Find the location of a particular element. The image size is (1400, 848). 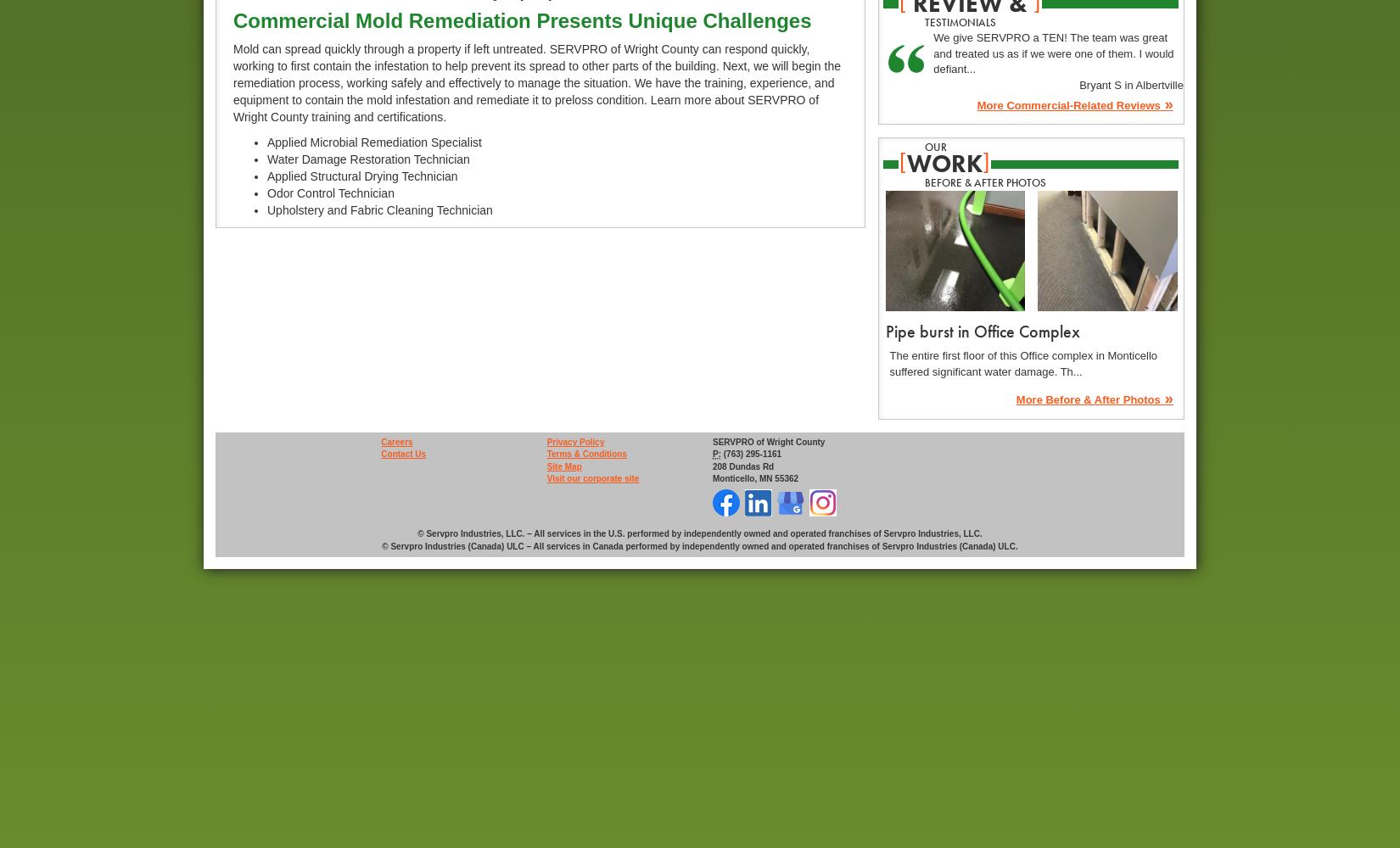

'Terms & Conditions' is located at coordinates (585, 454).